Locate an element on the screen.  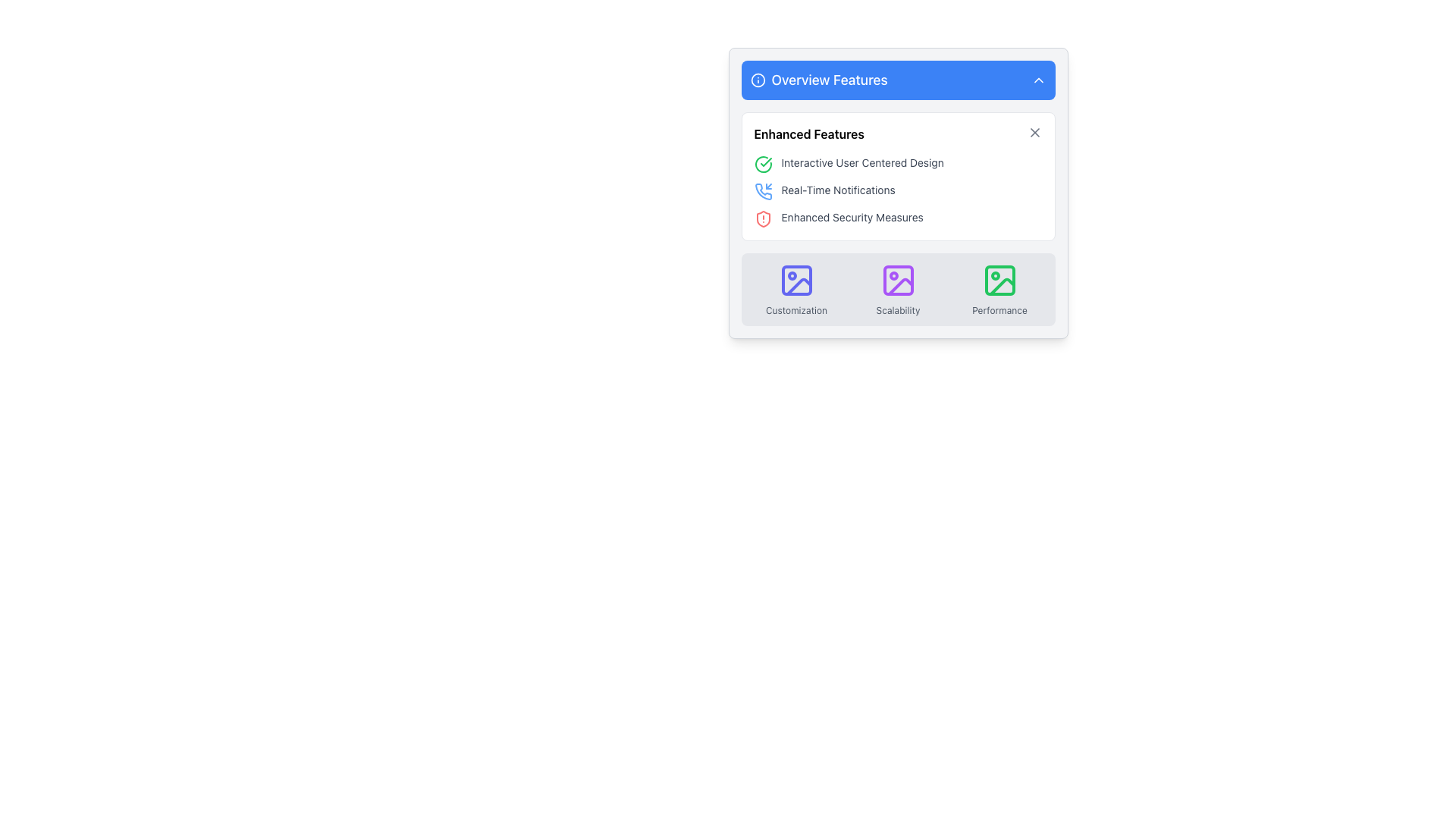
the phone call icon, which is styled with a blue stroke and is located to the left of the 'Real-Time Notifications' text in the second item of the vertically listed enhanced features is located at coordinates (763, 190).